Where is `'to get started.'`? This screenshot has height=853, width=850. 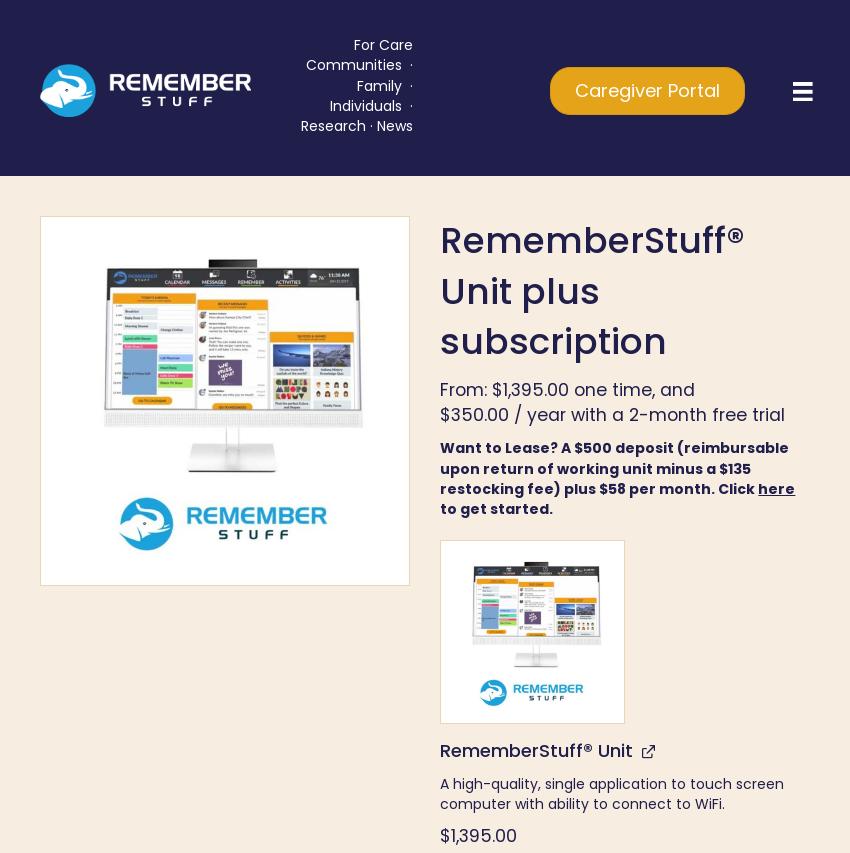
'to get started.' is located at coordinates (498, 508).